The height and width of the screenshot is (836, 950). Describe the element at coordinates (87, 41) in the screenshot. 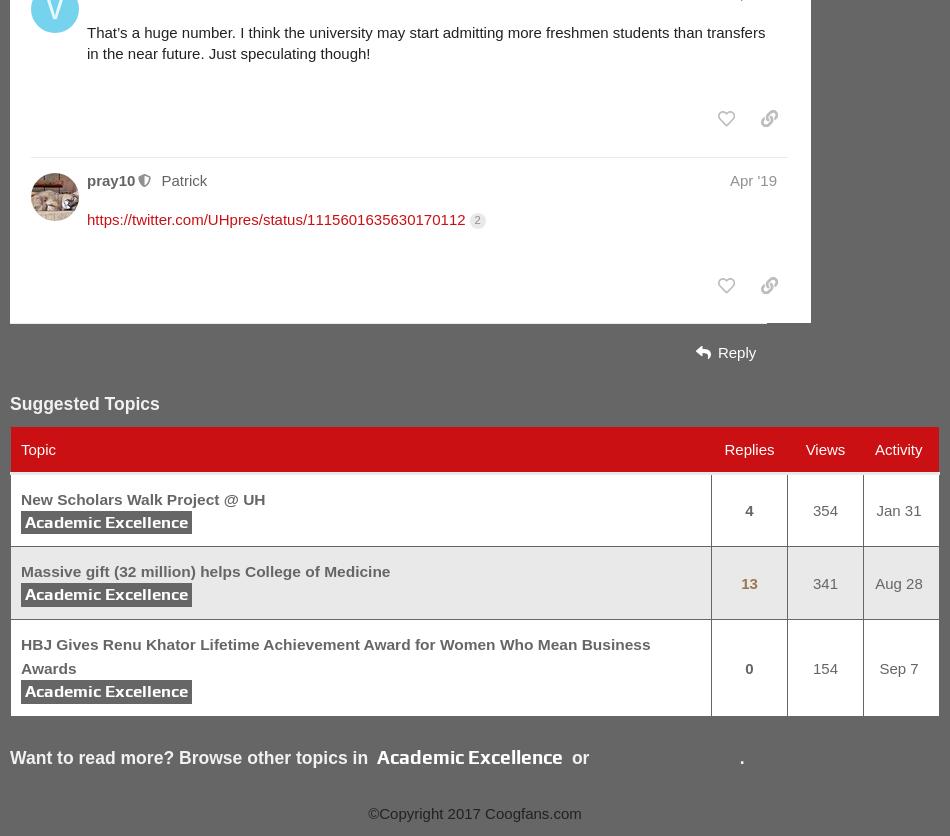

I see `'That’s a huge number. I think the university may start admitting more freshmen students than transfers in the near future. Just speculating though!'` at that location.